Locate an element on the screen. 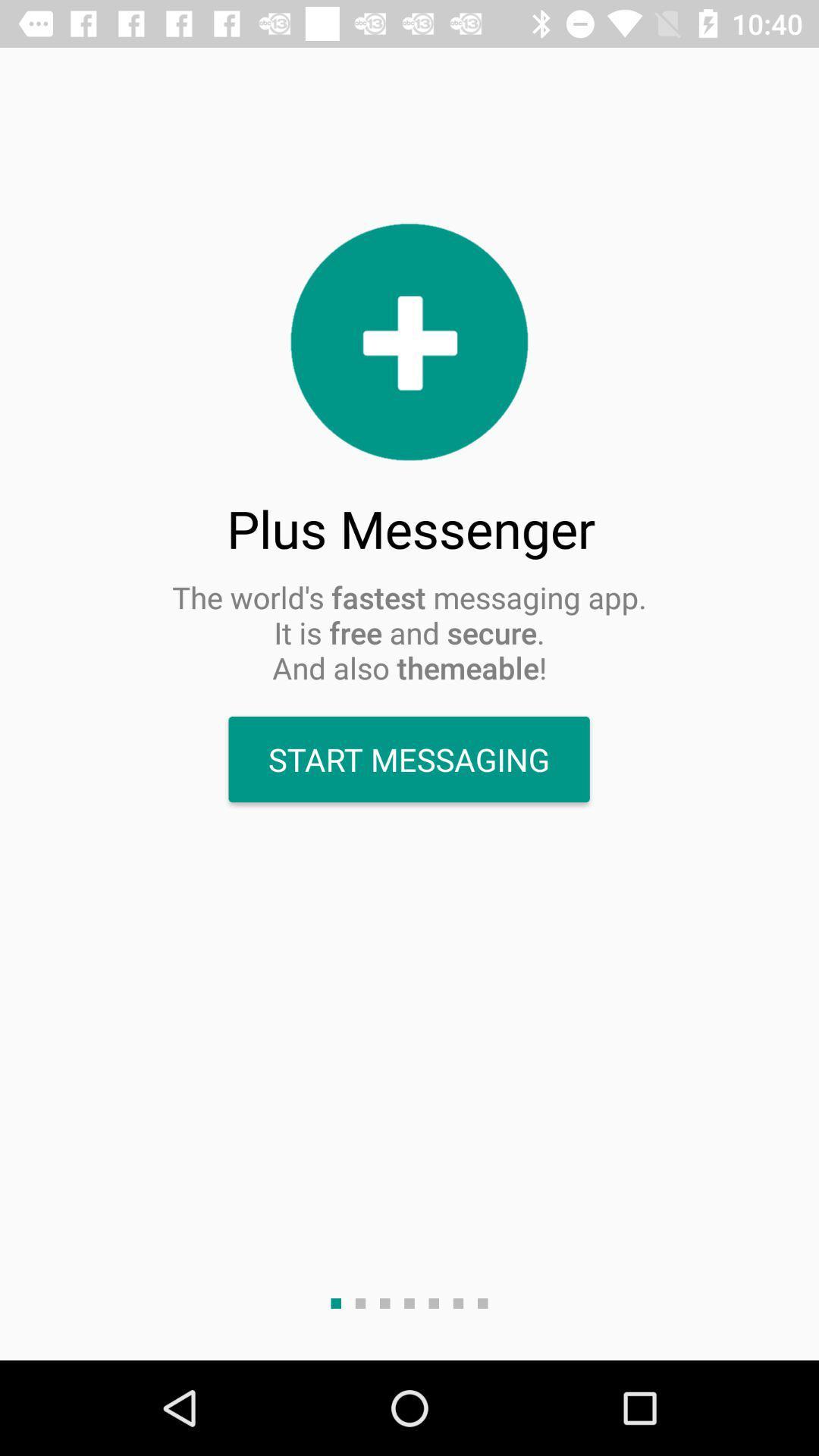 This screenshot has height=1456, width=819. the start messaging is located at coordinates (408, 759).